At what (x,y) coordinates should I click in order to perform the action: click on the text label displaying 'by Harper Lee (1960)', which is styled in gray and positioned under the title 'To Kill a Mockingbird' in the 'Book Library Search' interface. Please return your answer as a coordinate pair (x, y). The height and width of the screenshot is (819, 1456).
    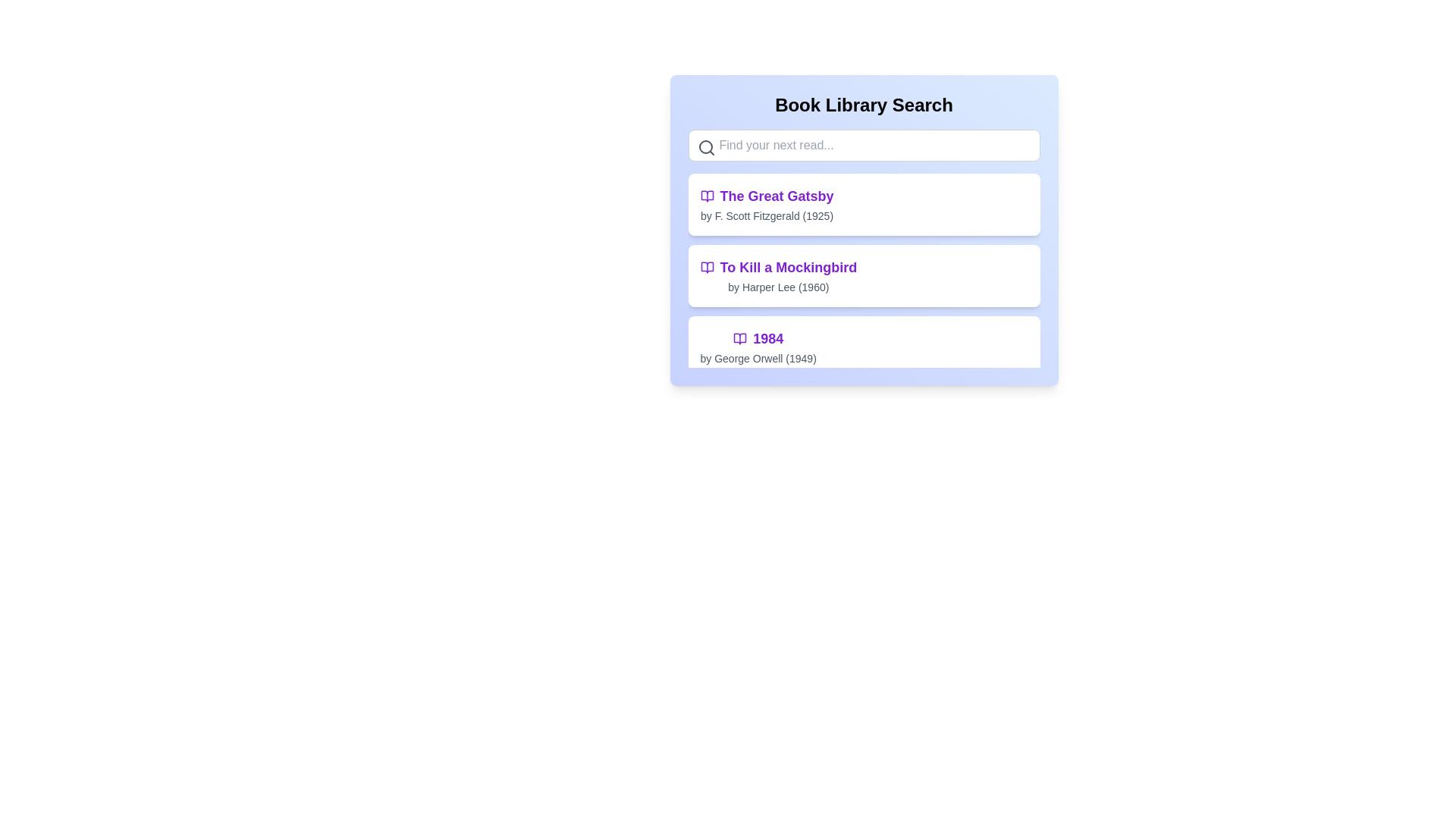
    Looking at the image, I should click on (778, 287).